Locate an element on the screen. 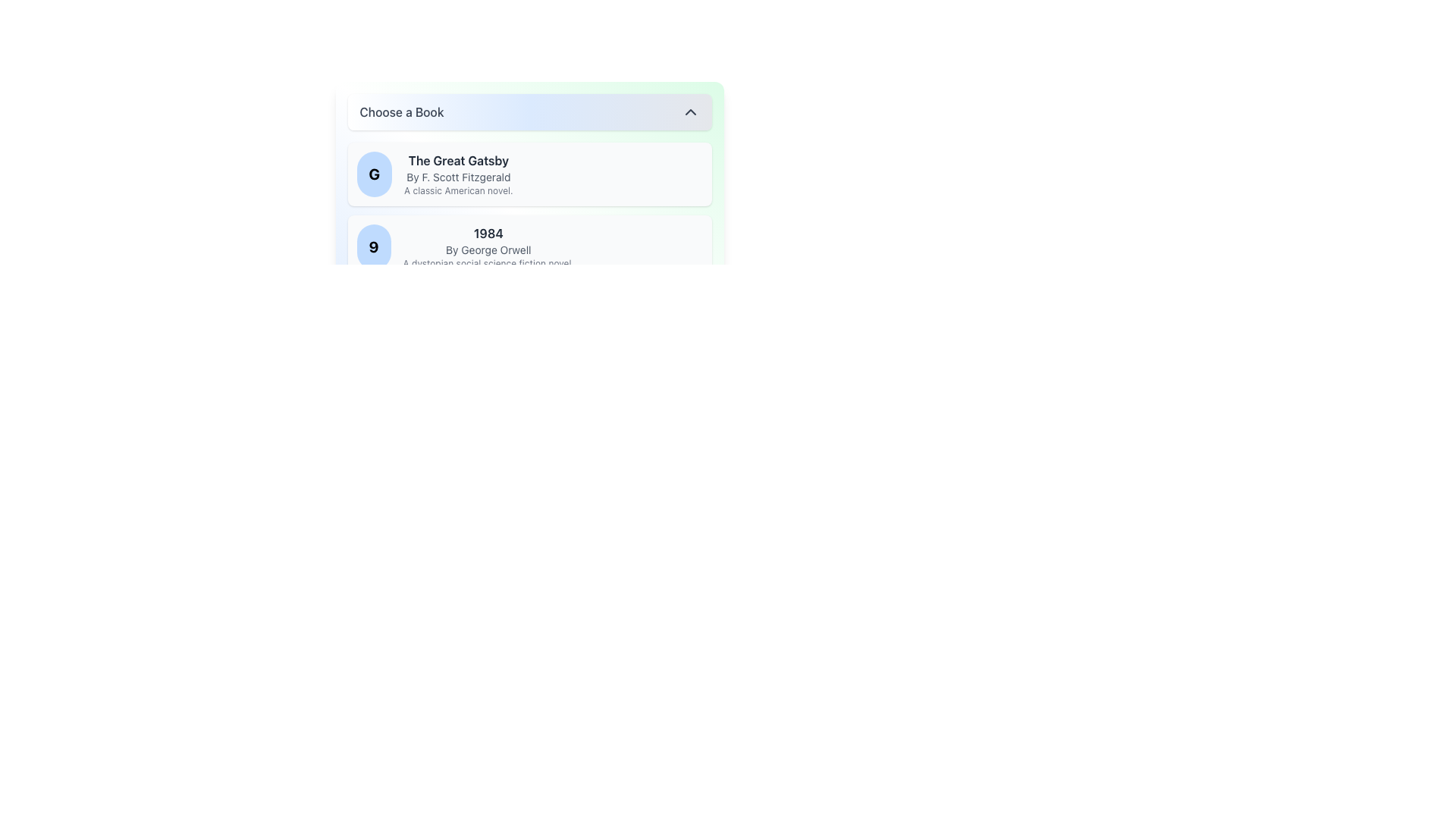 The width and height of the screenshot is (1456, 819). the text block element containing the title '1984', author 'By George Orwell', and description 'A dystopian social science fiction novel' is located at coordinates (488, 246).